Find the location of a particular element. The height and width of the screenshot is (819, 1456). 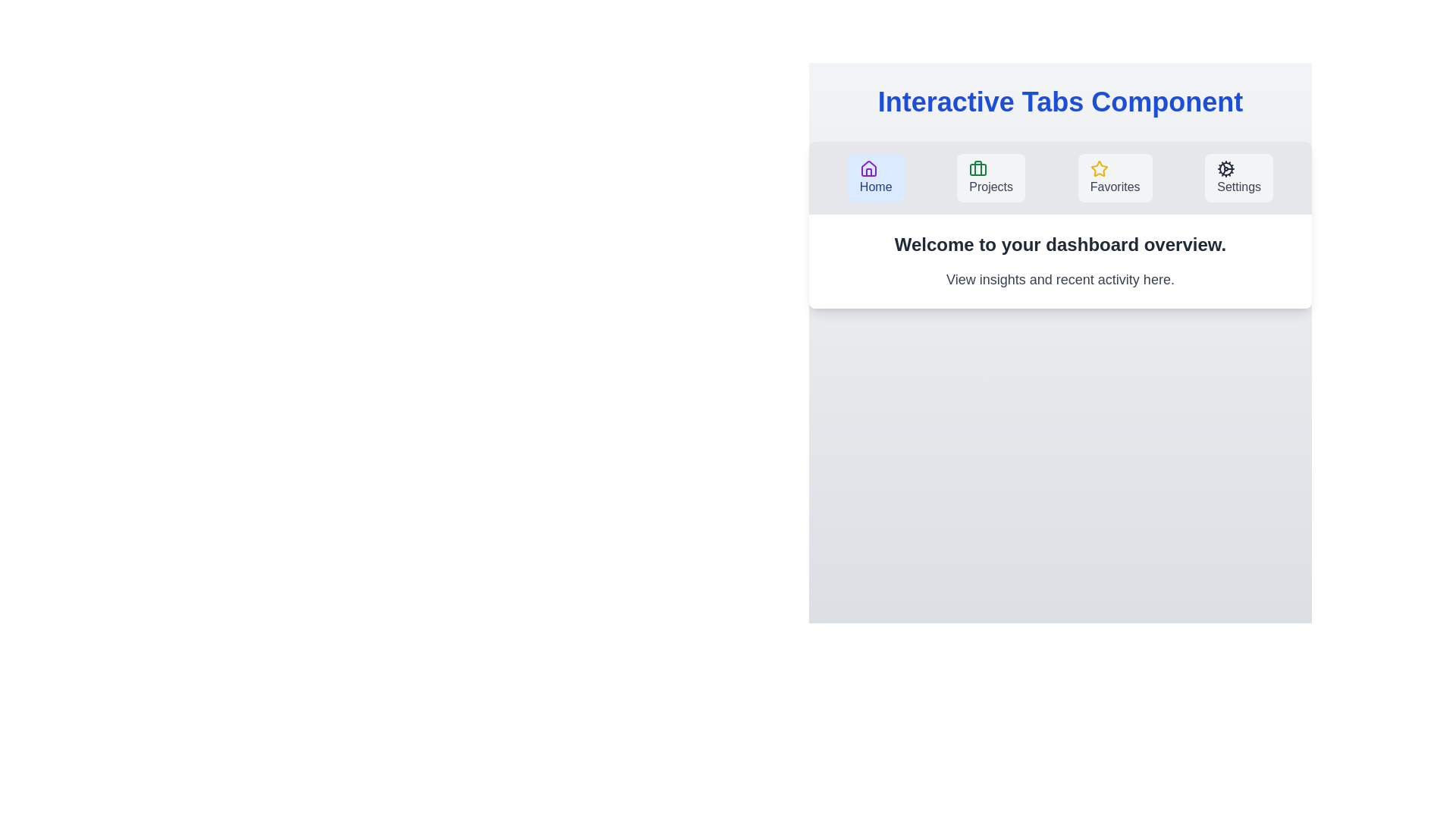

the Projects tab to activate it is located at coordinates (991, 177).